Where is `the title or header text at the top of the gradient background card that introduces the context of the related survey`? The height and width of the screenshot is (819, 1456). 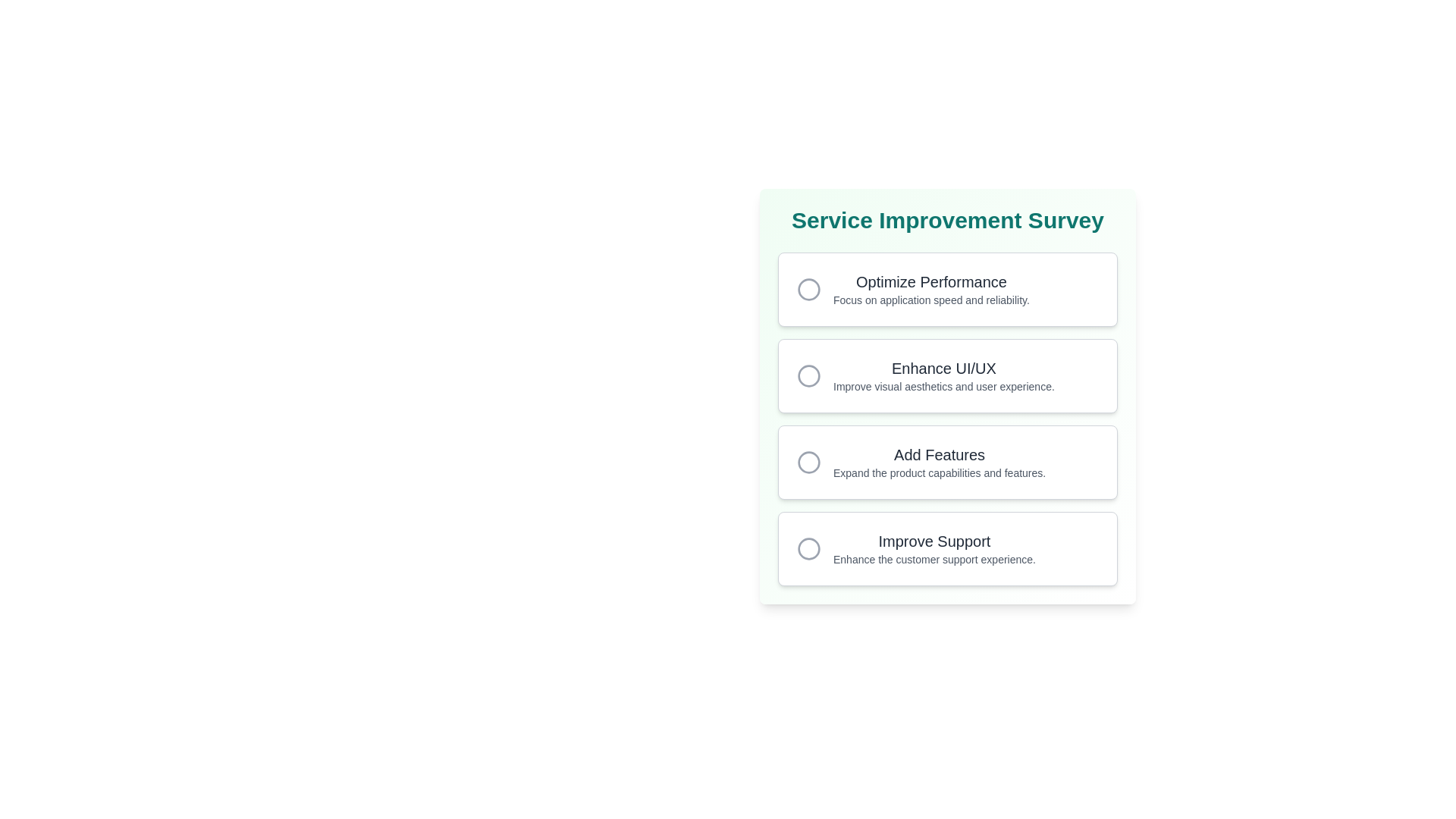 the title or header text at the top of the gradient background card that introduces the context of the related survey is located at coordinates (946, 220).